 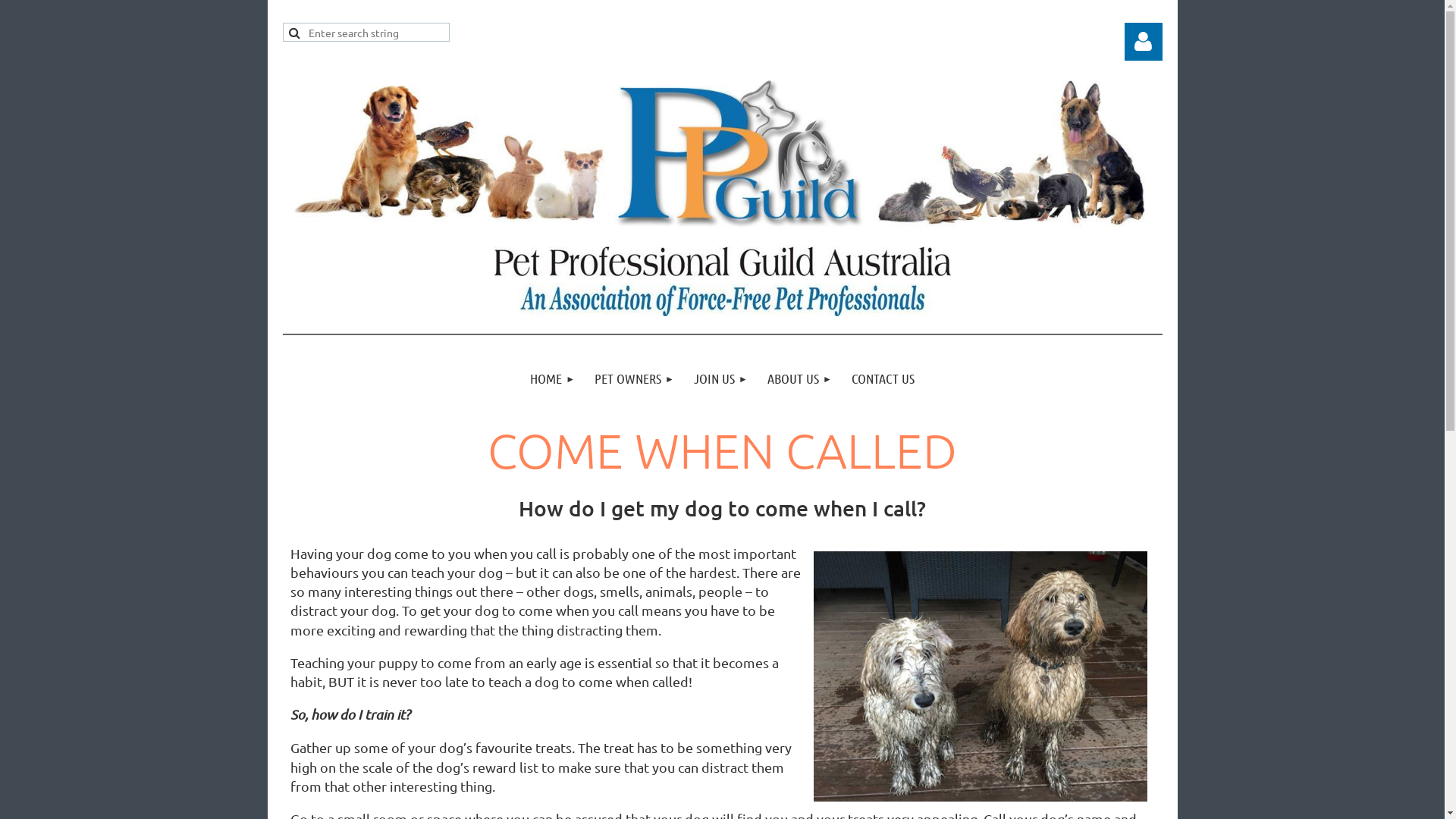 I want to click on 'ABOUT US', so click(x=757, y=378).